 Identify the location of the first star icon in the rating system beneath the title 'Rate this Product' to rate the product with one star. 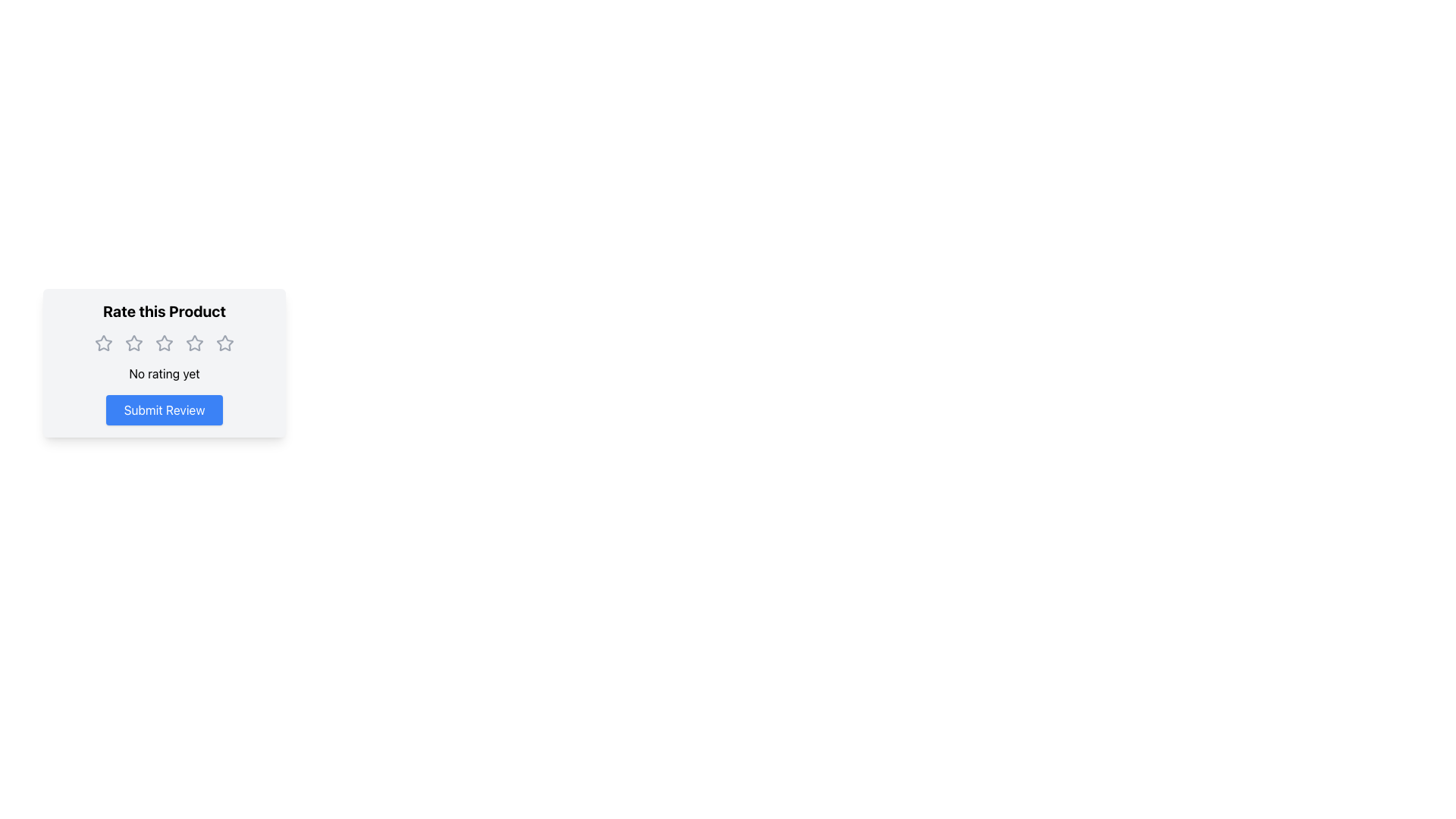
(134, 343).